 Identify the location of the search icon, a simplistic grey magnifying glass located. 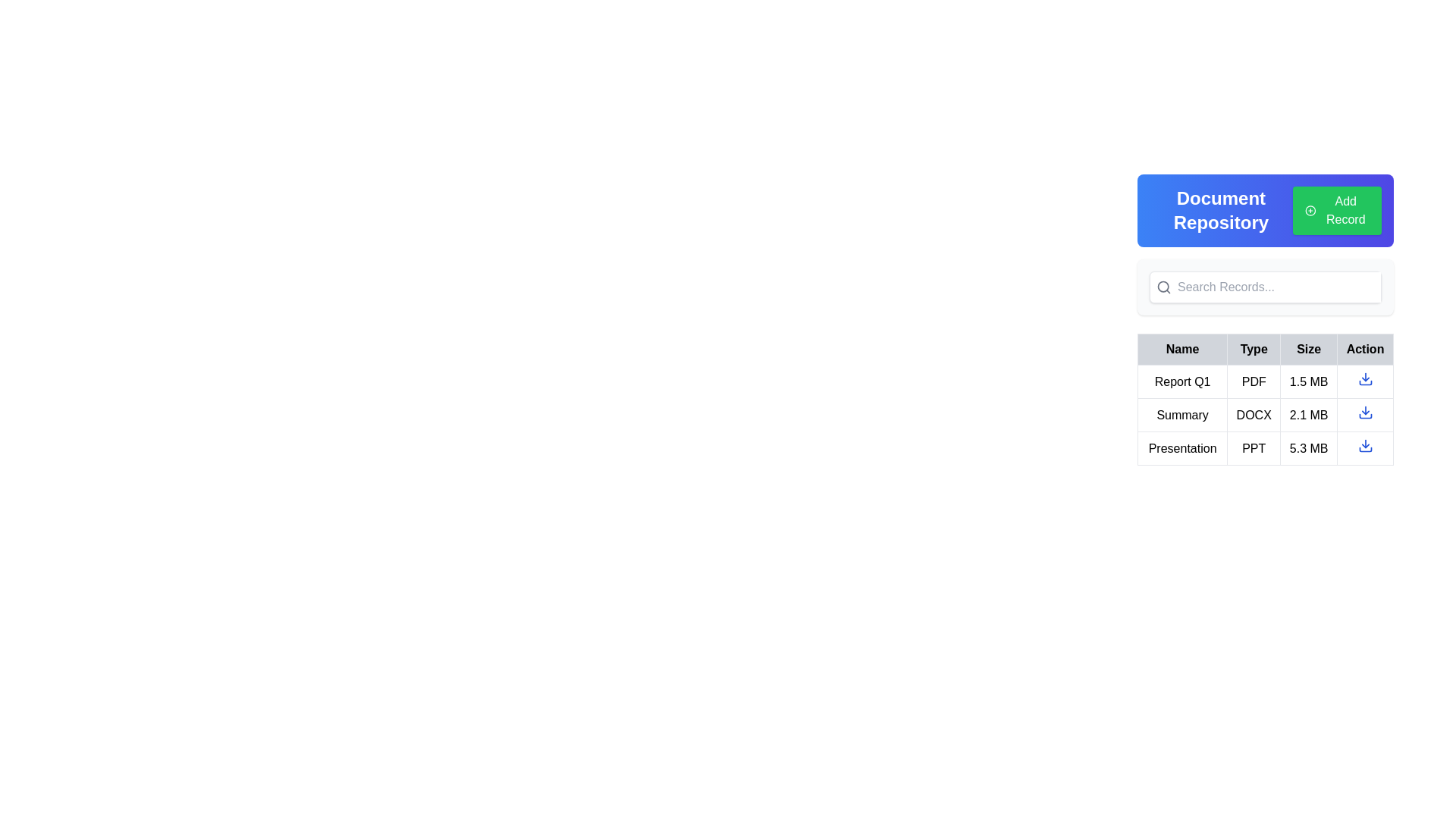
(1163, 287).